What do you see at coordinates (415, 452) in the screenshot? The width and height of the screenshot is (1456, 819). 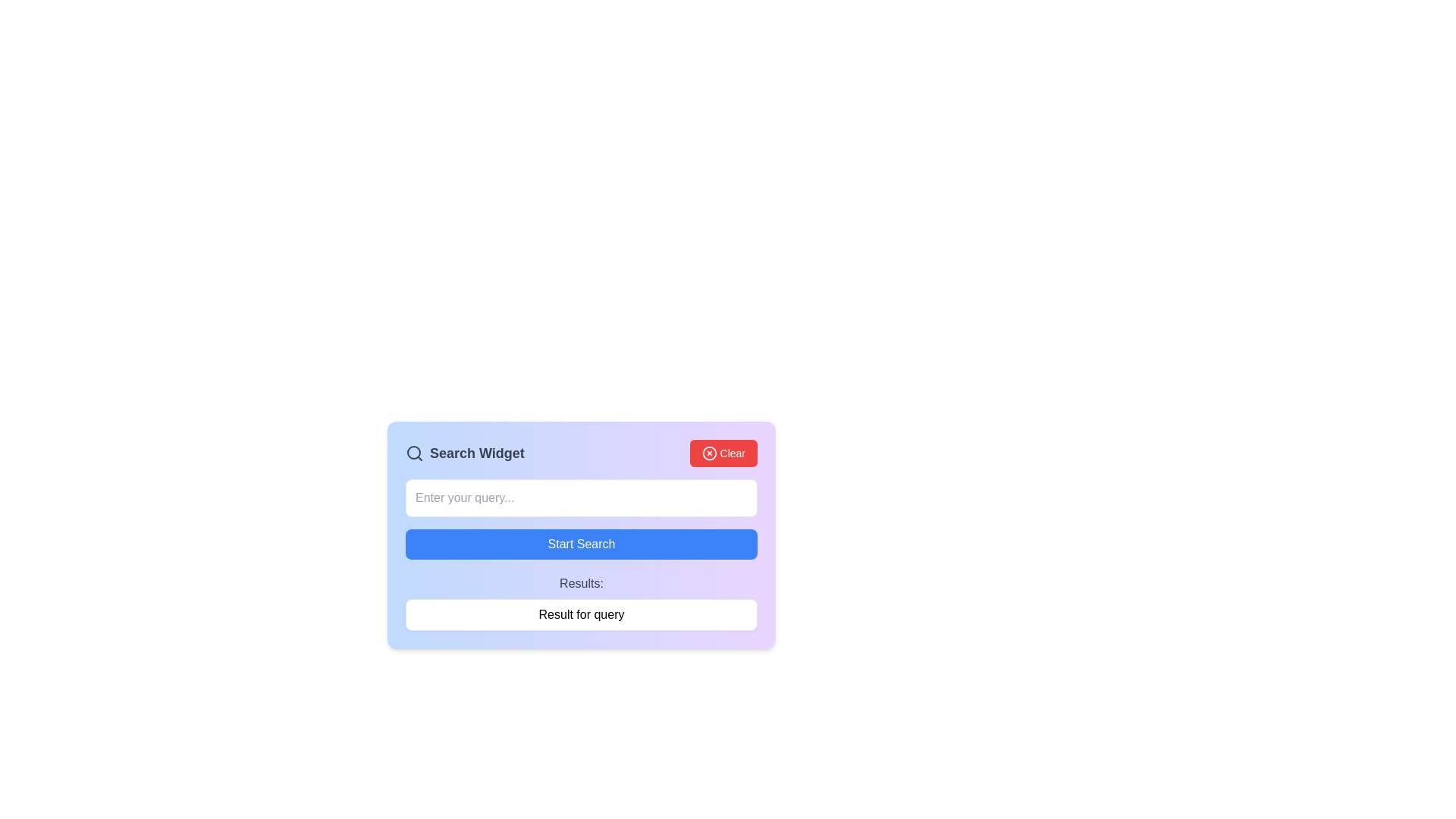 I see `the search icon located to the left of the 'Search Widget' text in the title bar of the search widget interface` at bounding box center [415, 452].